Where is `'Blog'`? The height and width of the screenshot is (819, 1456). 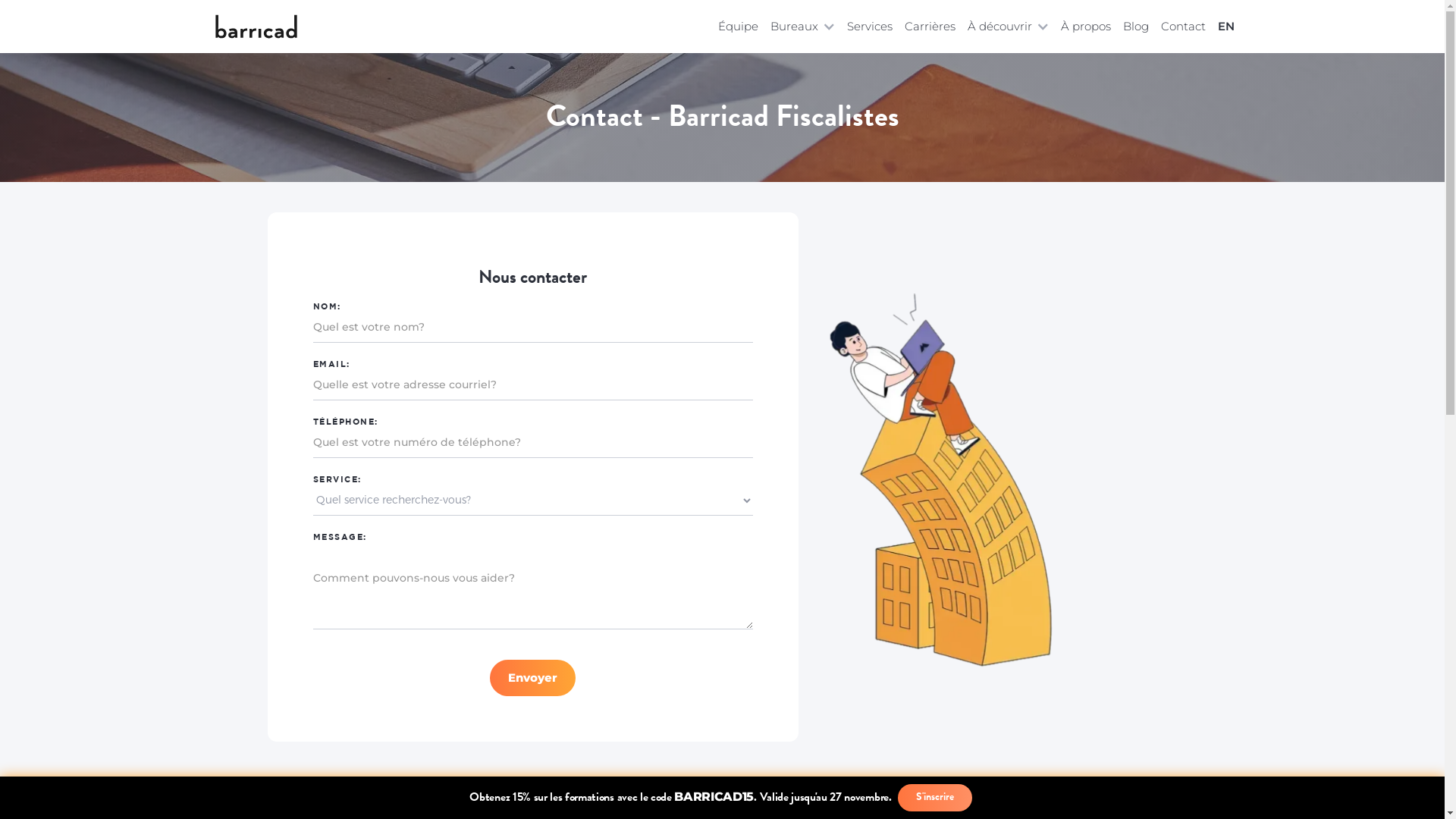 'Blog' is located at coordinates (1135, 26).